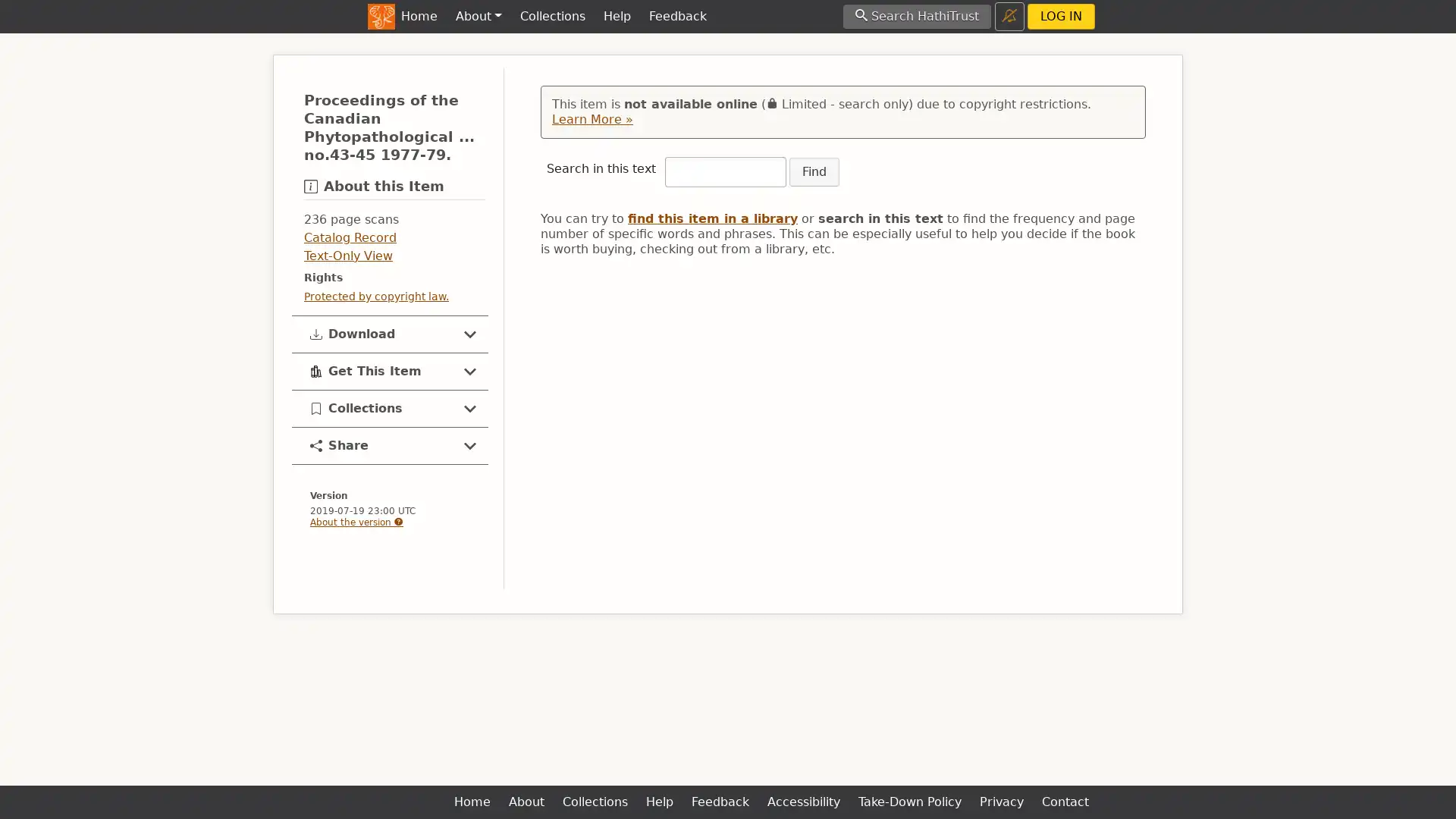  Describe the element at coordinates (814, 171) in the screenshot. I see `Find` at that location.